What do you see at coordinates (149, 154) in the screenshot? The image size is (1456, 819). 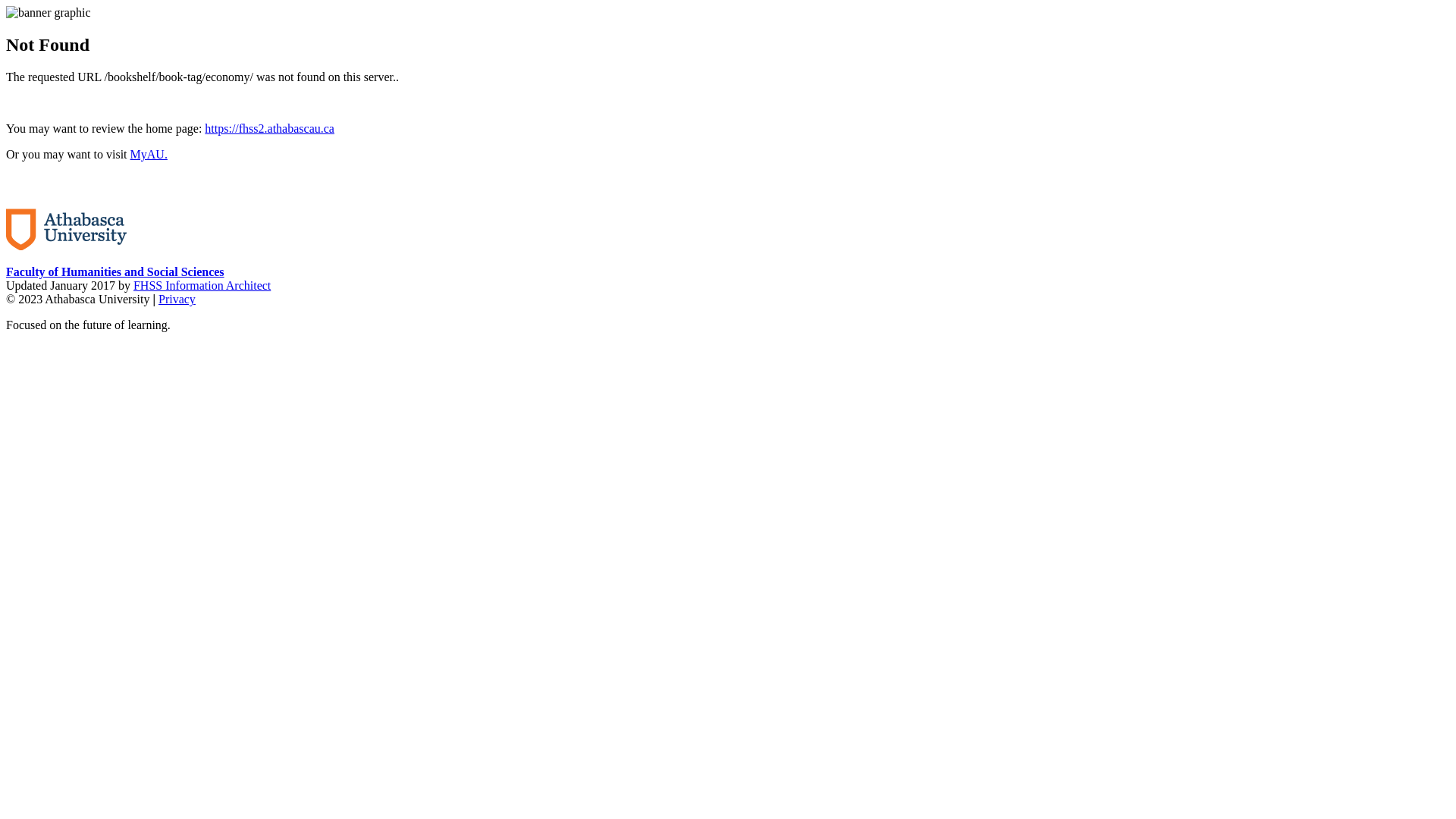 I see `'MyAU.'` at bounding box center [149, 154].